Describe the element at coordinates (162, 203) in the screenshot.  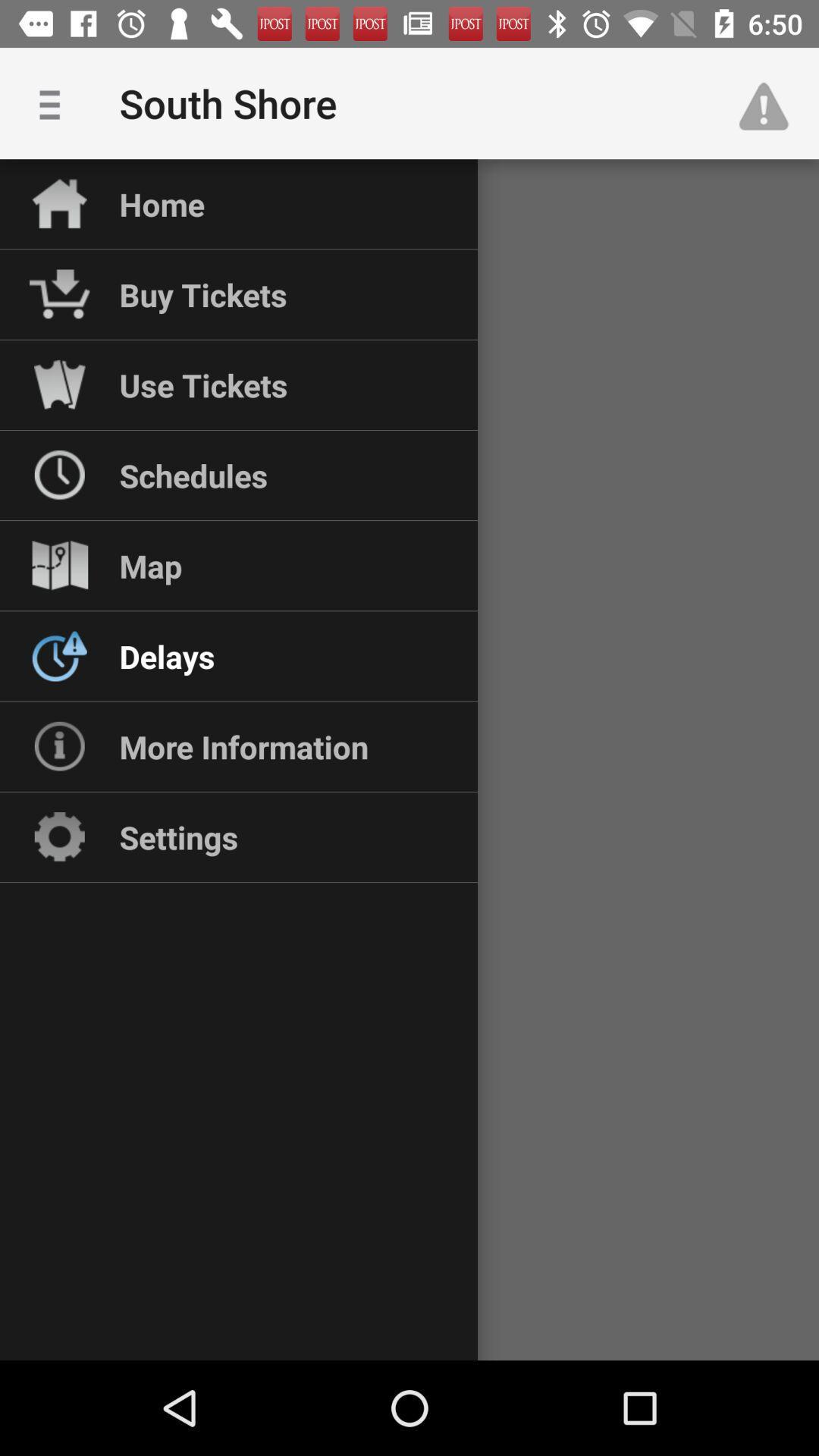
I see `the home` at that location.